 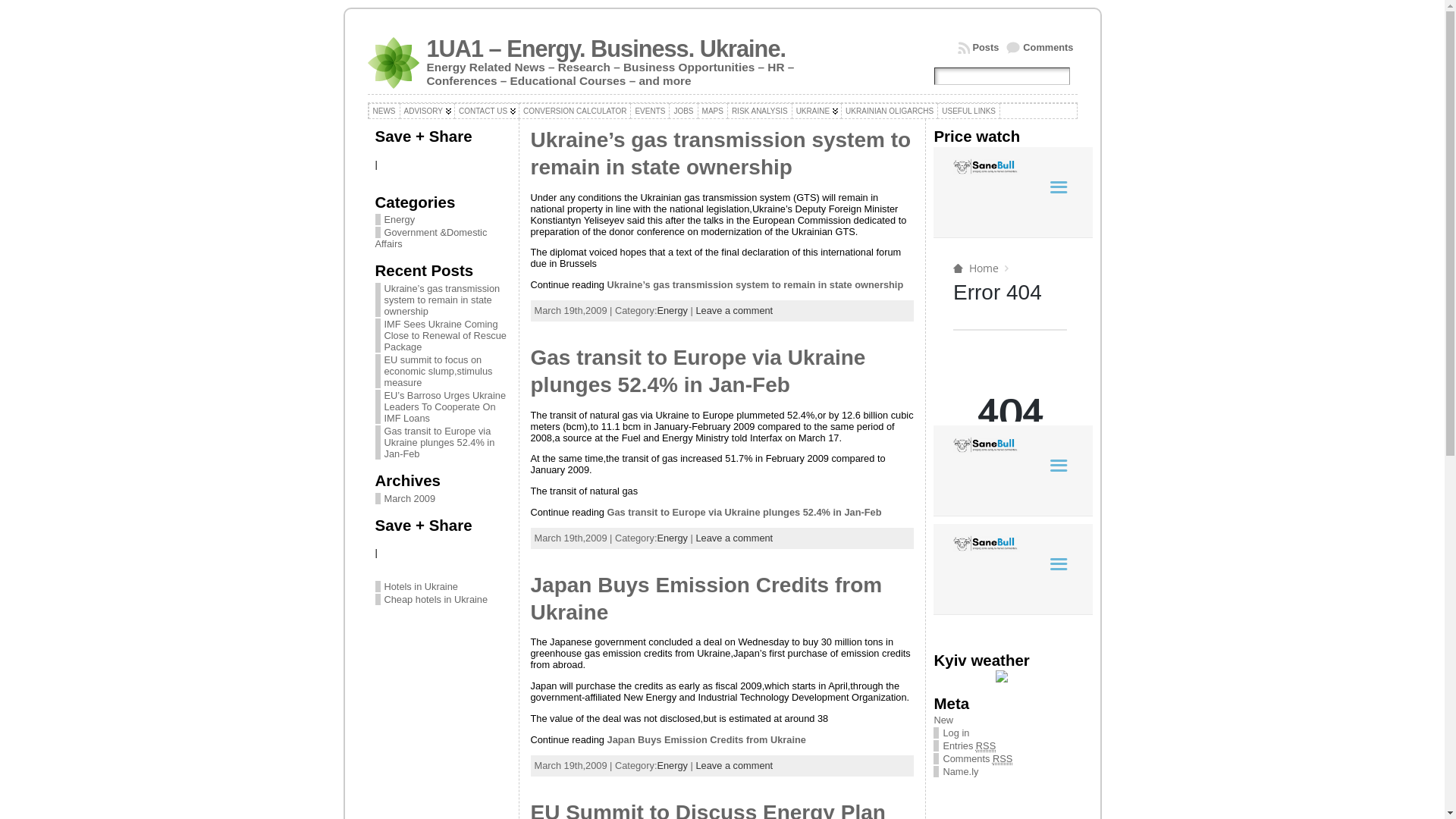 I want to click on 'Hotels in Ukraine', so click(x=420, y=585).